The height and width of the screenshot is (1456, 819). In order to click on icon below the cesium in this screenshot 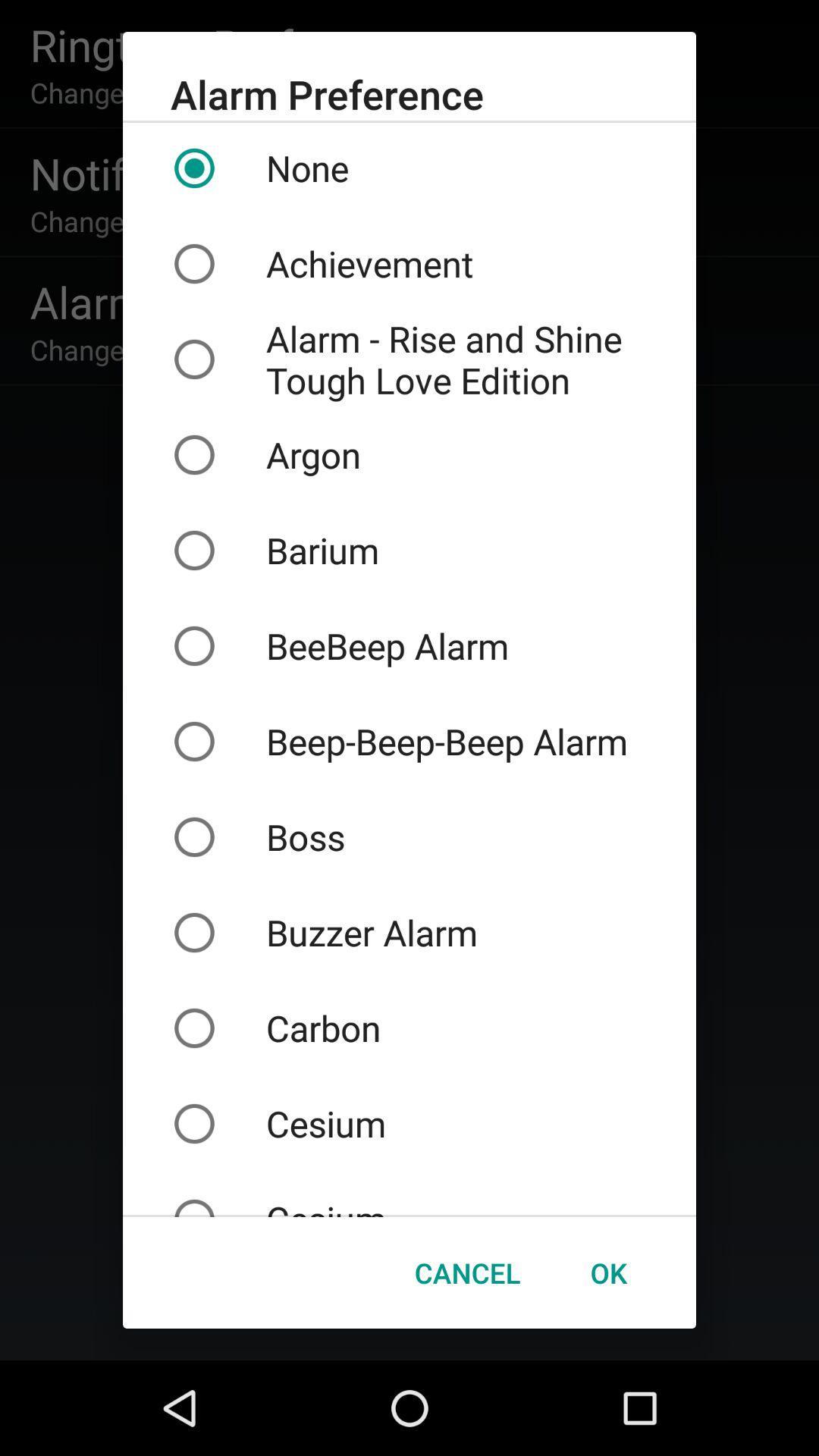, I will do `click(466, 1272)`.